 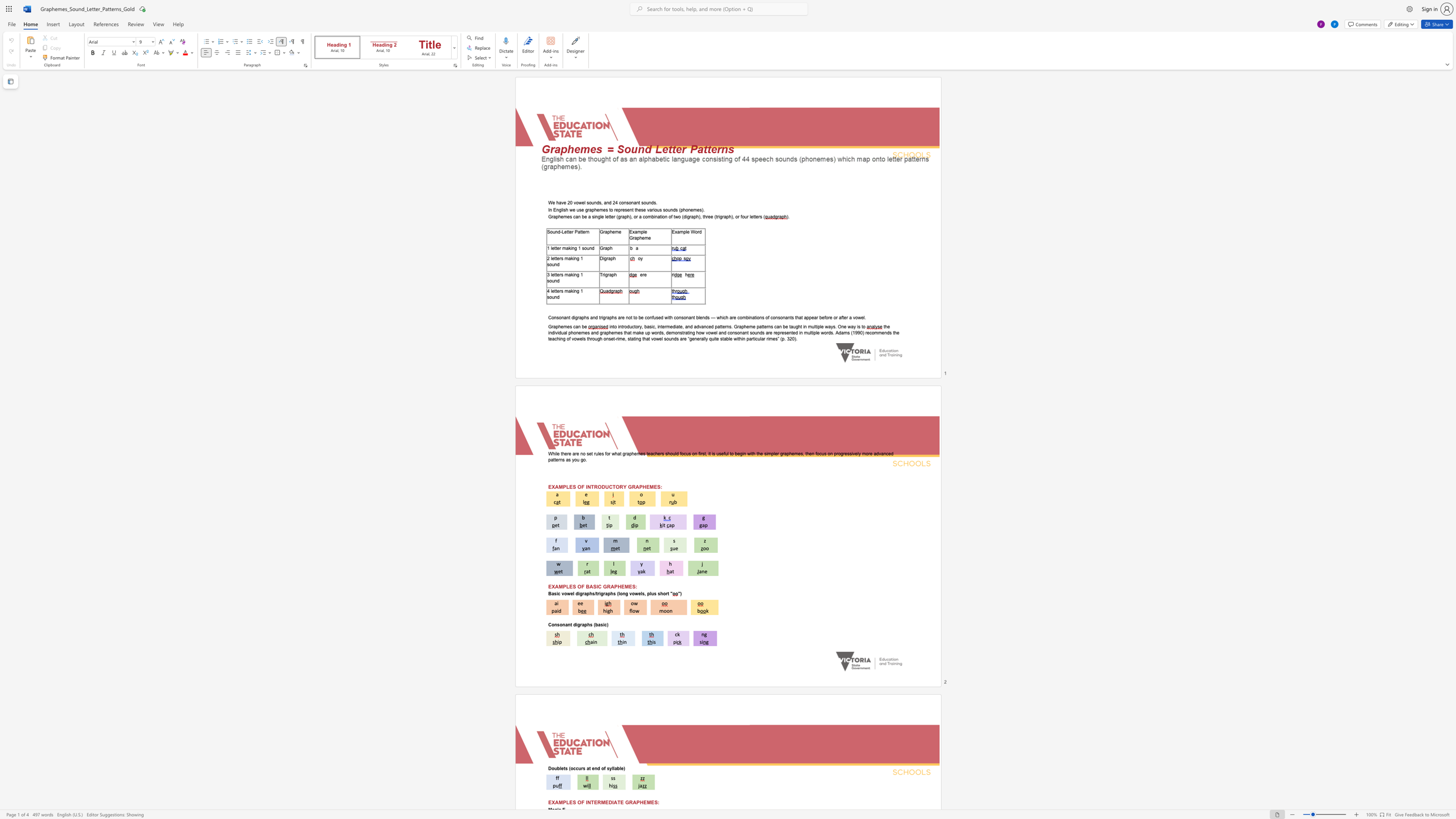 What do you see at coordinates (571, 231) in the screenshot?
I see `the subset text "r Patter" within the text "Sound-Letter Pattern"` at bounding box center [571, 231].